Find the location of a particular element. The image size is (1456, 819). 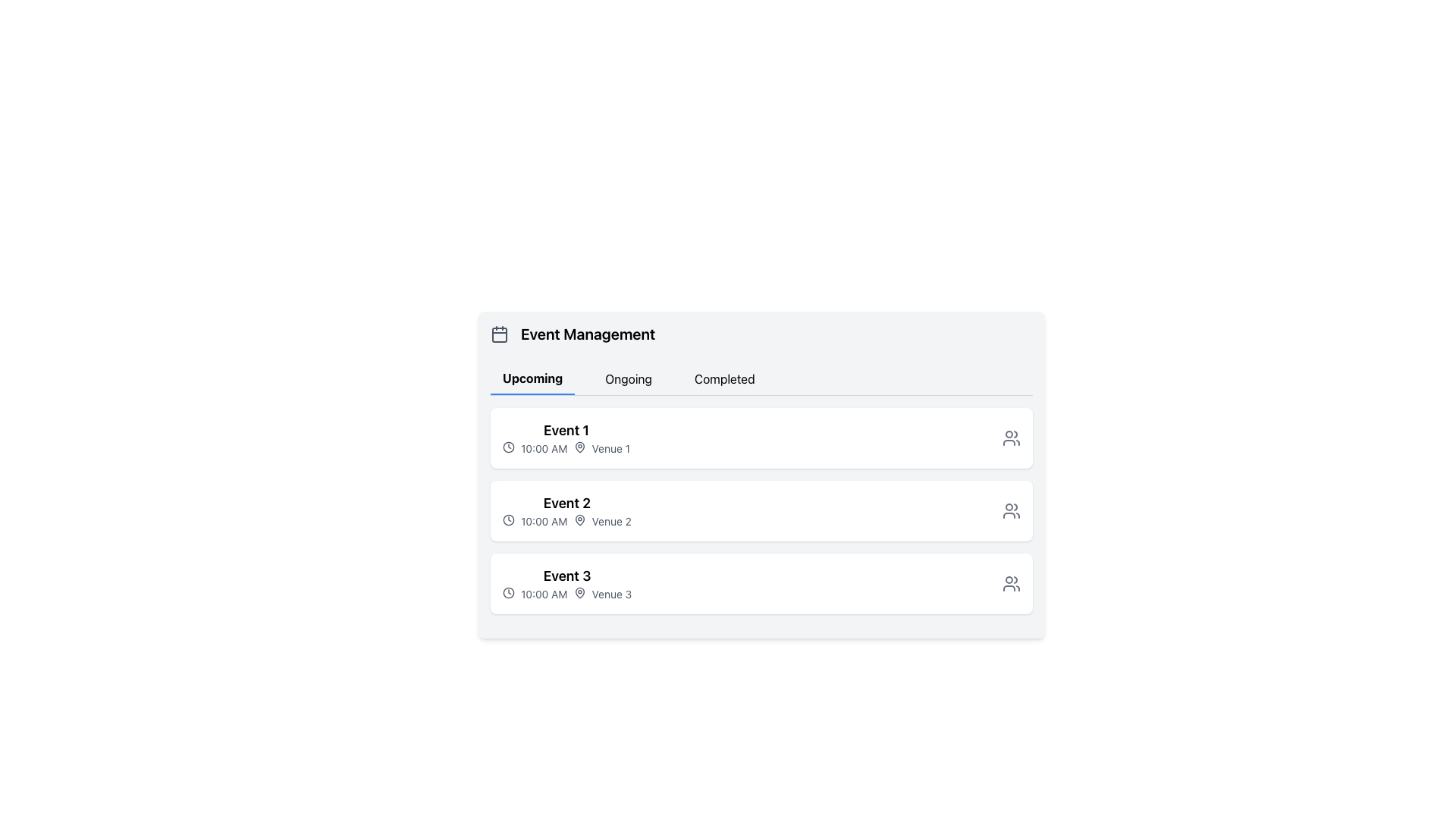

displayed time from the text label in the first row of the 'Upcoming' section, located between the clock icon and 'Venue 1' is located at coordinates (544, 447).